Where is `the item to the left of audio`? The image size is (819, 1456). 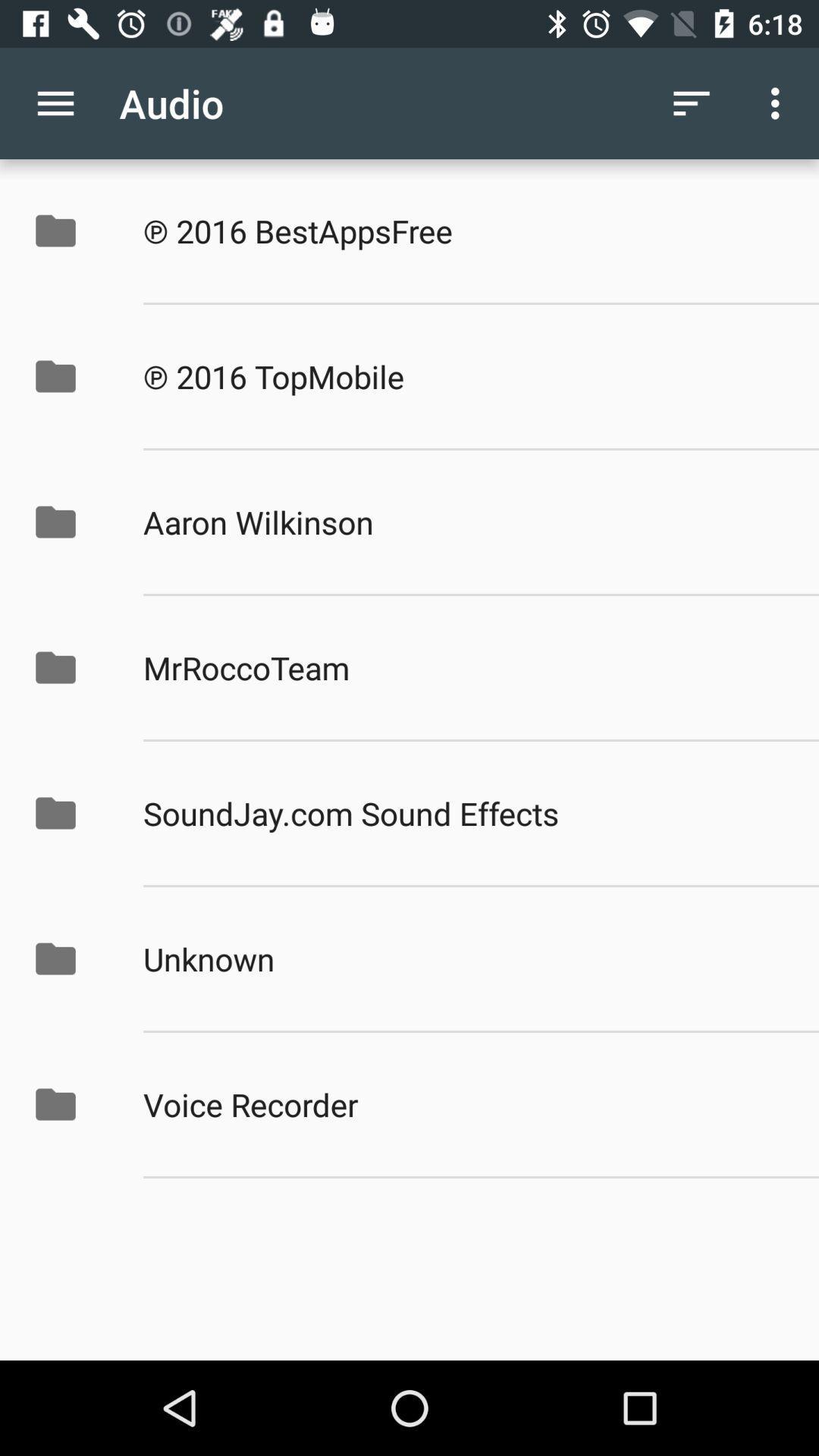 the item to the left of audio is located at coordinates (55, 102).